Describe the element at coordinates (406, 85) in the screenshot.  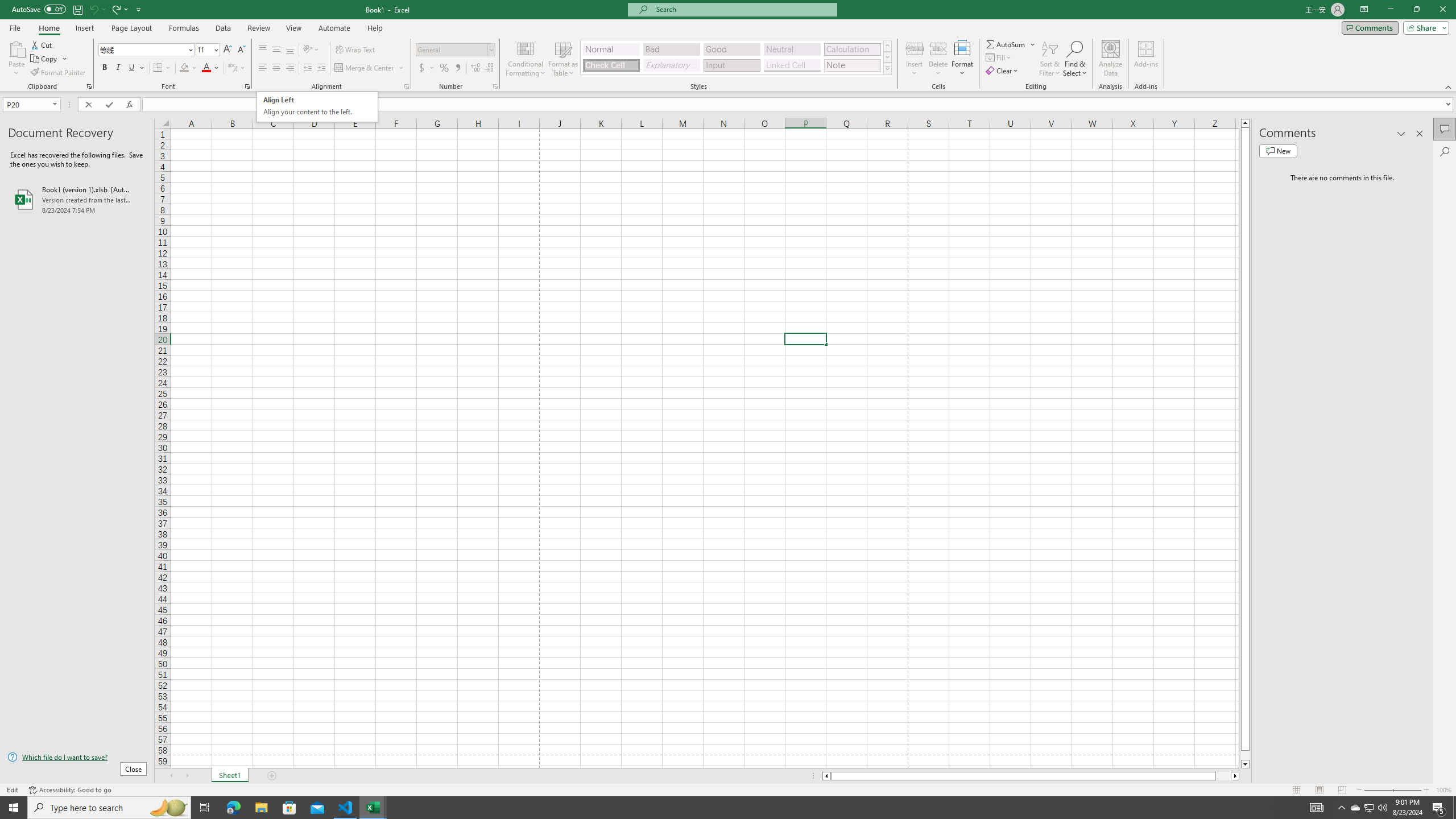
I see `'Format Cell Alignment'` at that location.